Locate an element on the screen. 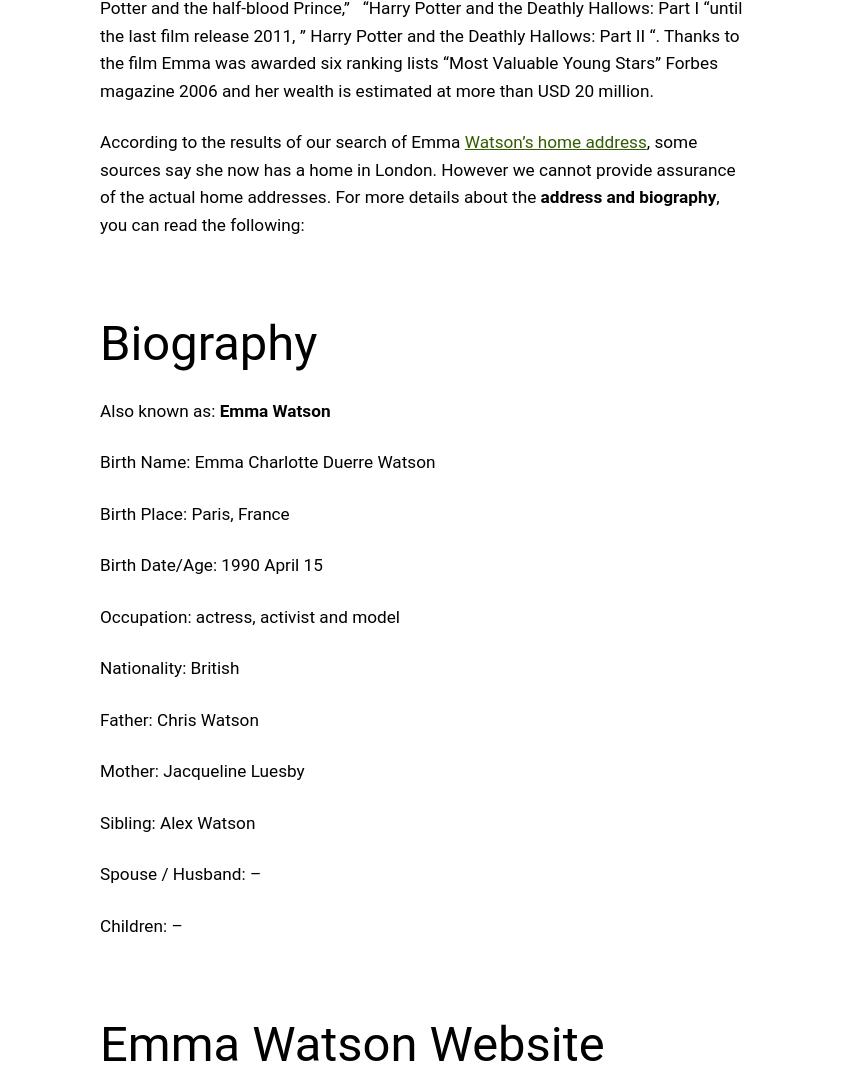 This screenshot has height=1074, width=850. 'Spouse / Husband: –' is located at coordinates (179, 873).